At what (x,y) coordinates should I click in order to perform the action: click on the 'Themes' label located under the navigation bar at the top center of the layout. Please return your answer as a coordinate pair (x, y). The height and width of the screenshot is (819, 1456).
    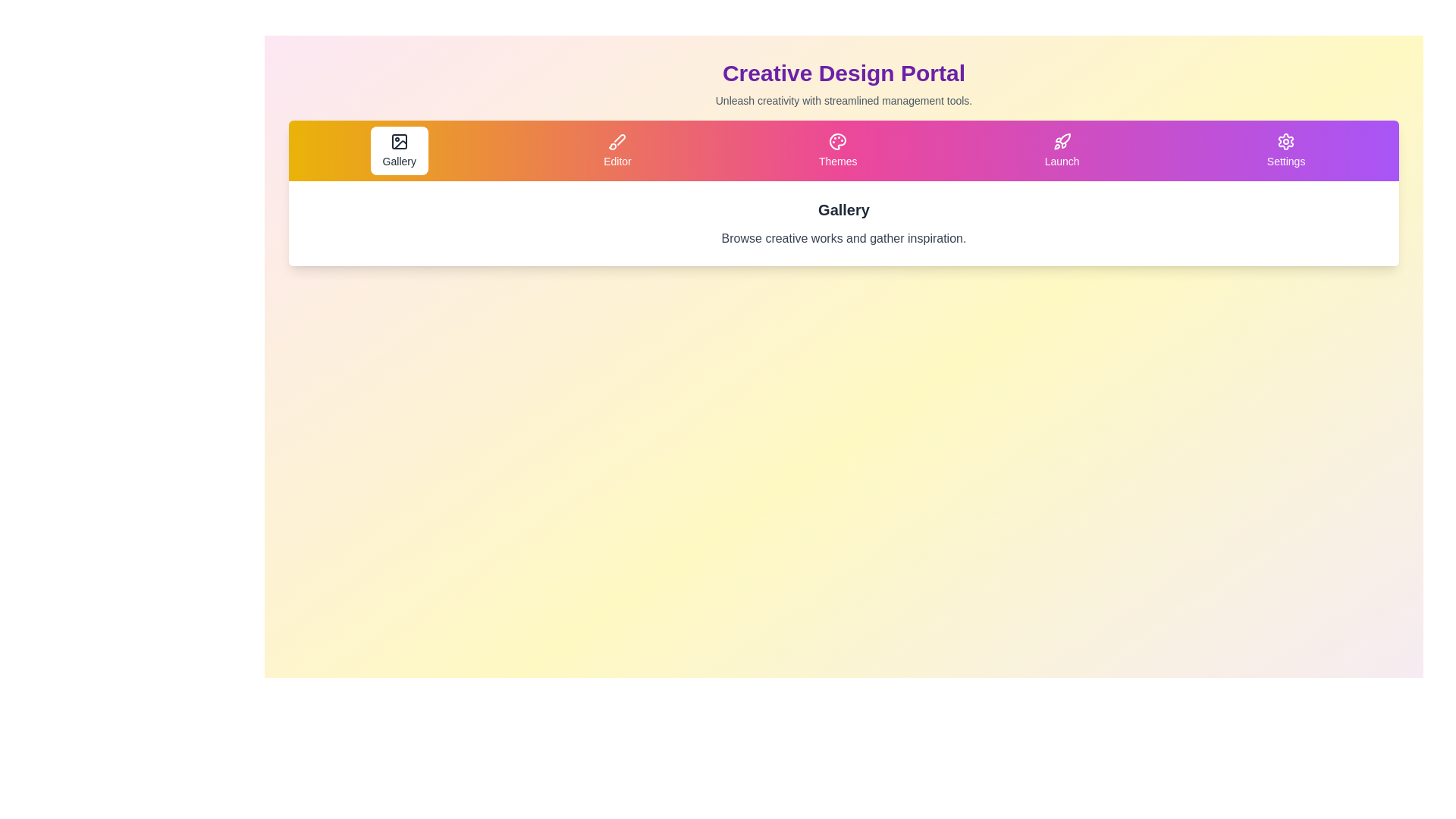
    Looking at the image, I should click on (837, 161).